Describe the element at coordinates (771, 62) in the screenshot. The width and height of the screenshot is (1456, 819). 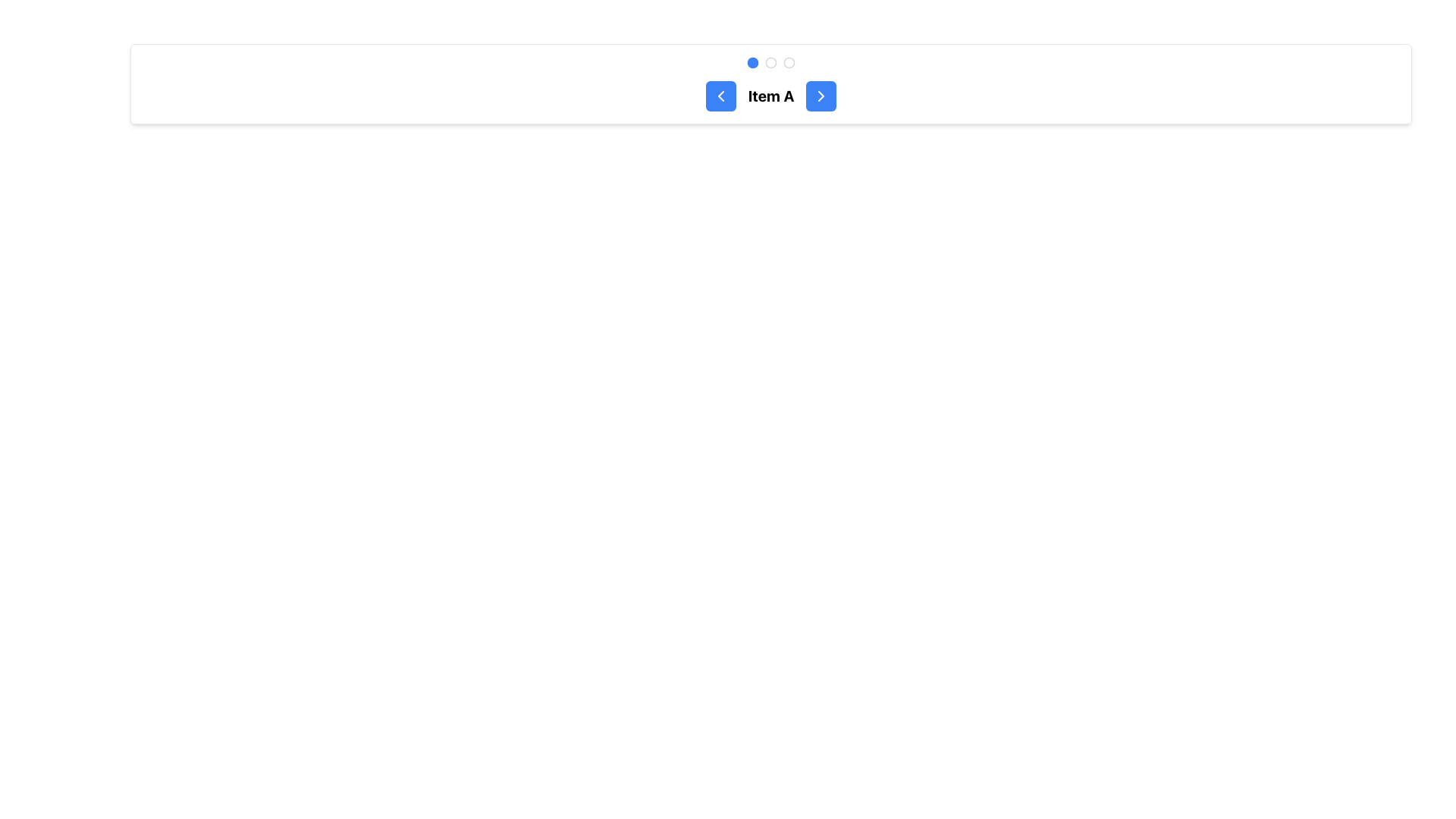
I see `the second navigation indicator circle with a gray border` at that location.